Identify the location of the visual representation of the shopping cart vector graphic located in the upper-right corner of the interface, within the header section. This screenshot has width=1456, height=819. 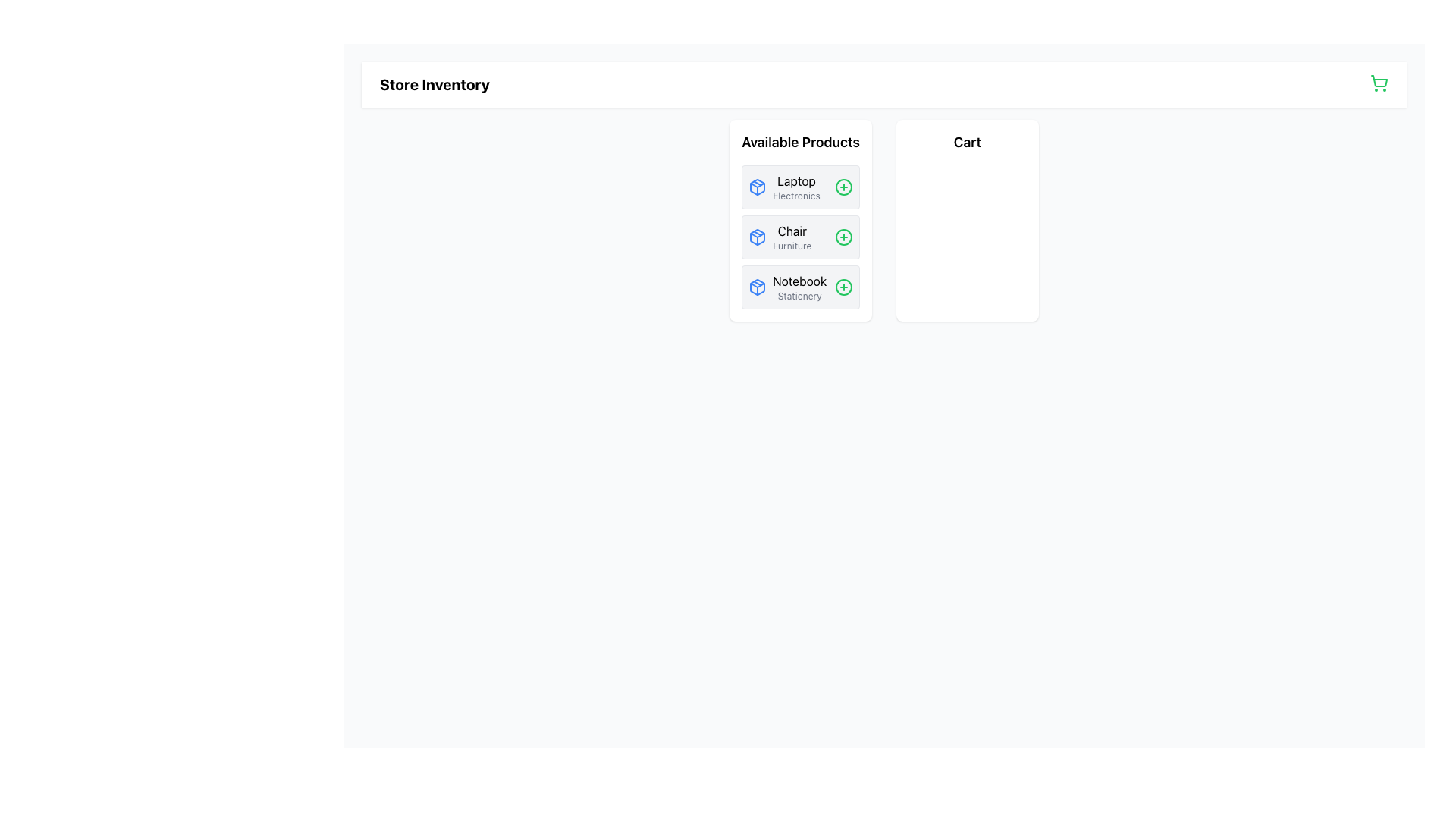
(1379, 81).